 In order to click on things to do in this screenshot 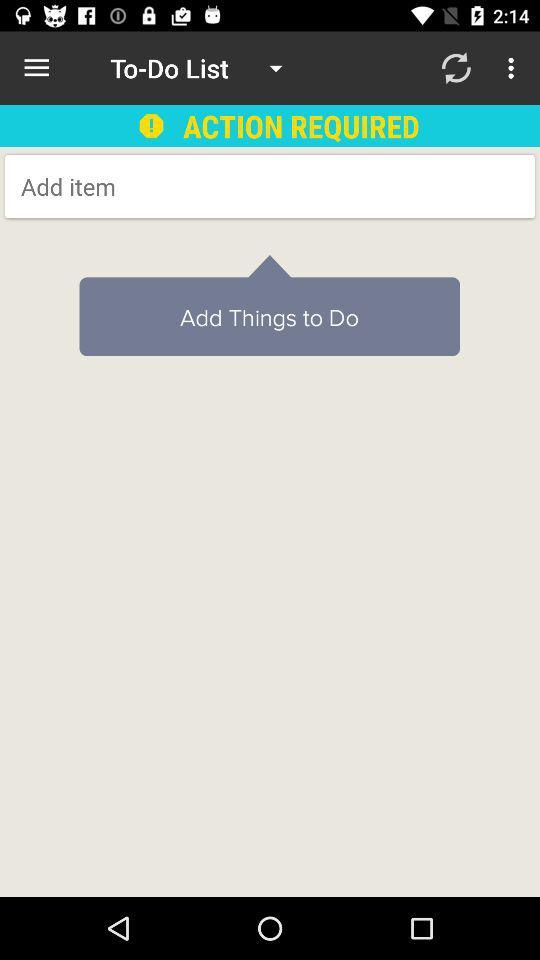, I will do `click(181, 186)`.